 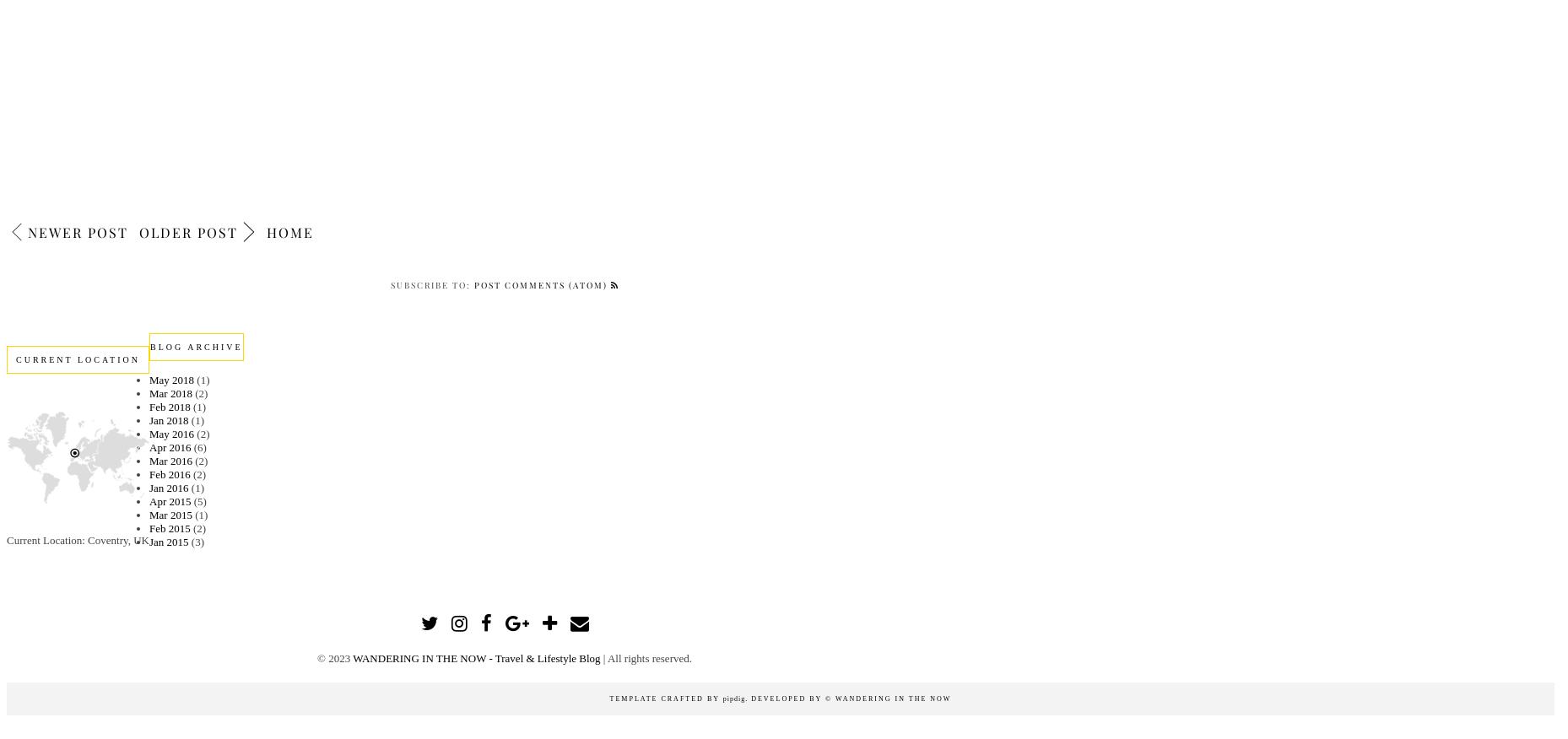 I want to click on 'WANDERING IN THE NOW - Travel & Lifestyle Blog', so click(x=352, y=657).